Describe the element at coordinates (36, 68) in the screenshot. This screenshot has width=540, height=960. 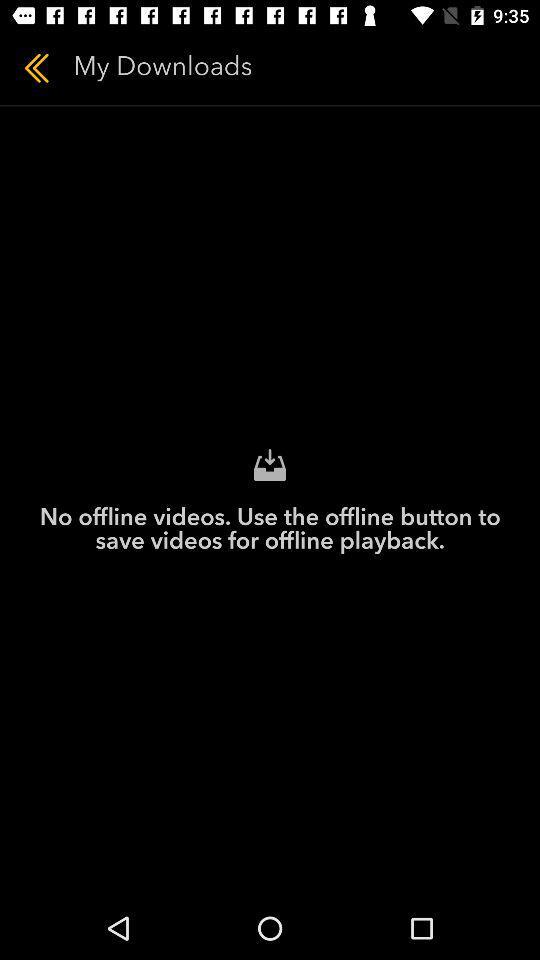
I see `item next to my downloads icon` at that location.